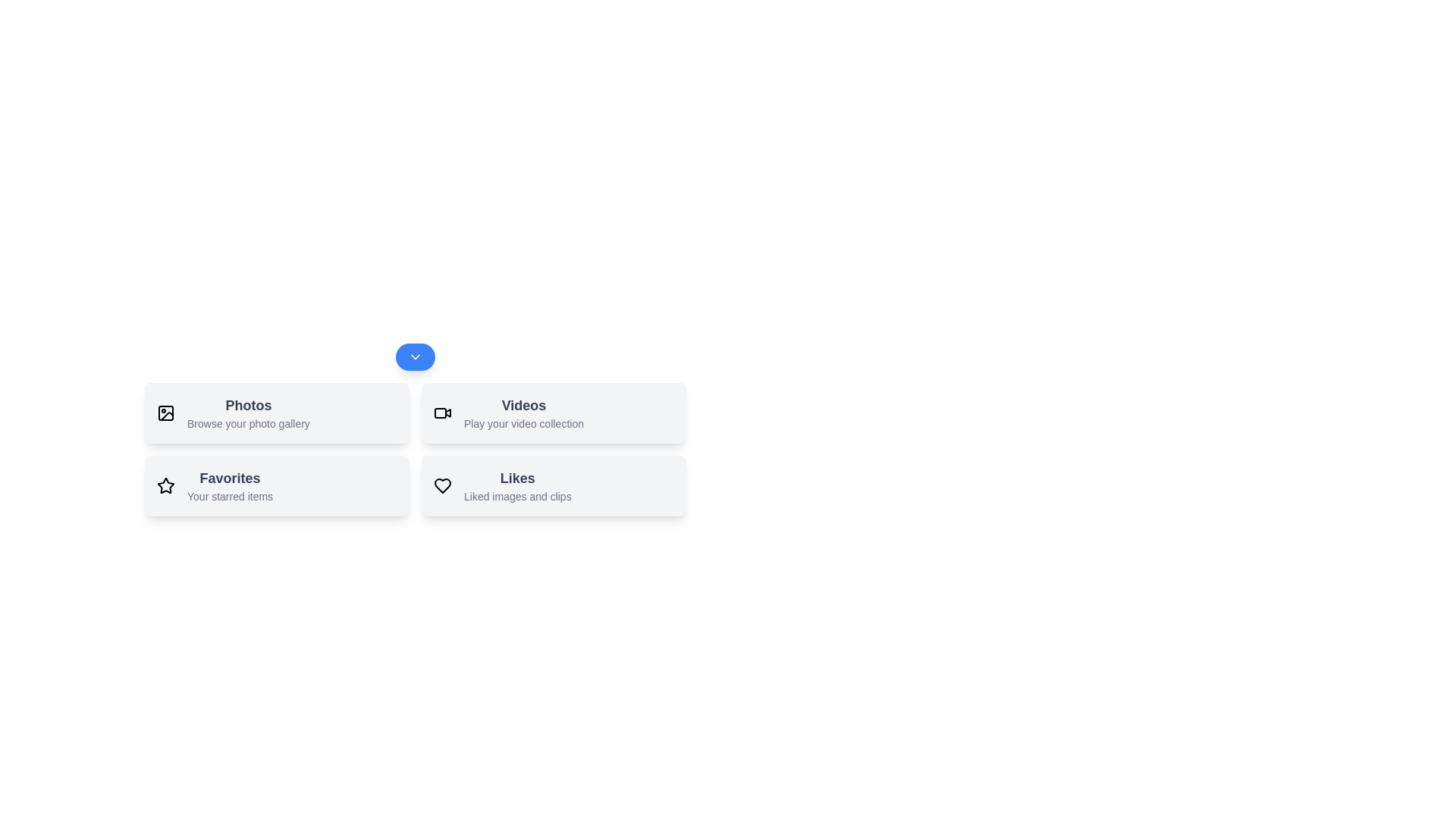  Describe the element at coordinates (553, 485) in the screenshot. I see `the action Likes by clicking its respective button` at that location.